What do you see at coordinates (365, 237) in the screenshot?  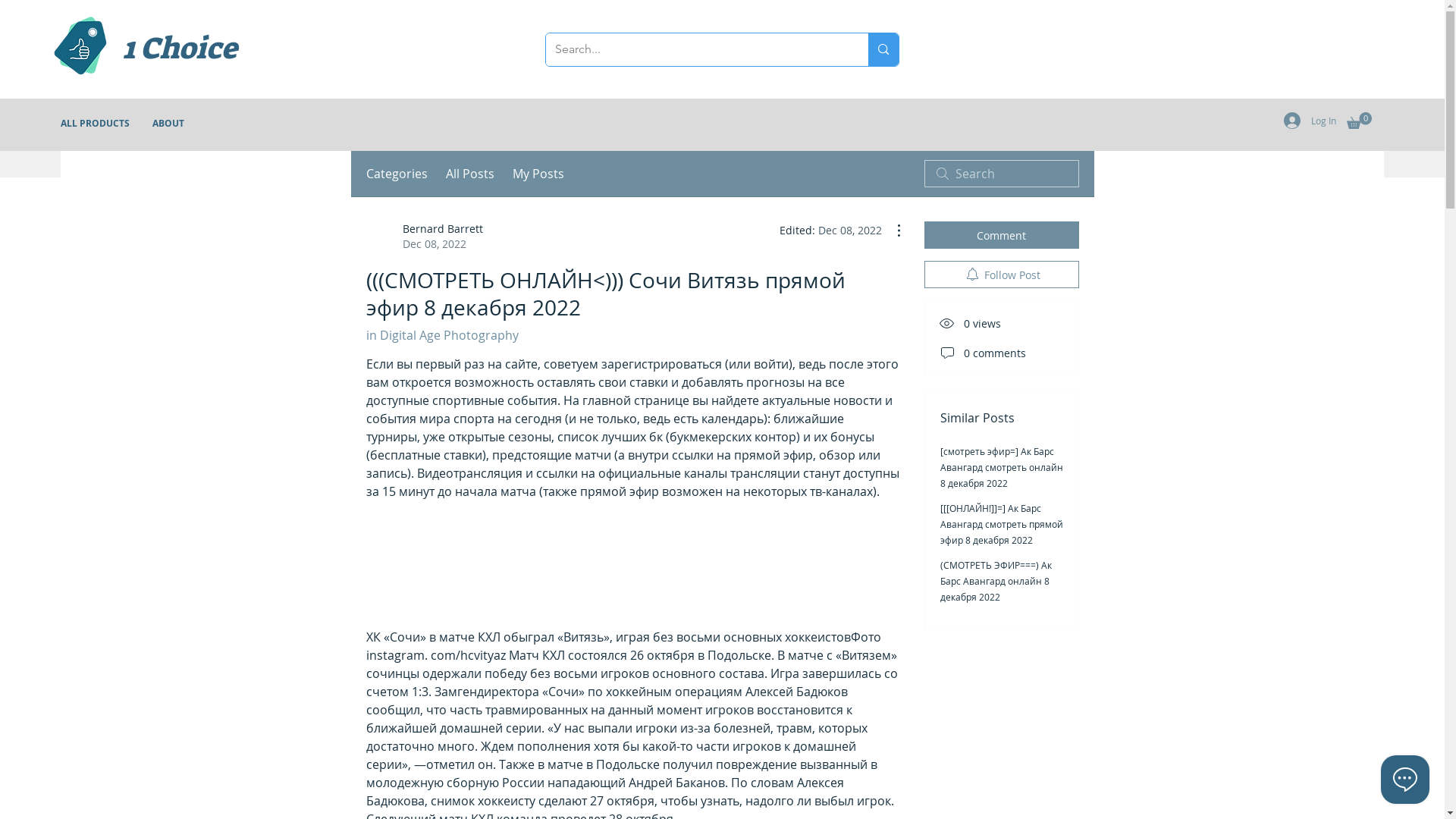 I see `'Bernard Barrett` at bounding box center [365, 237].